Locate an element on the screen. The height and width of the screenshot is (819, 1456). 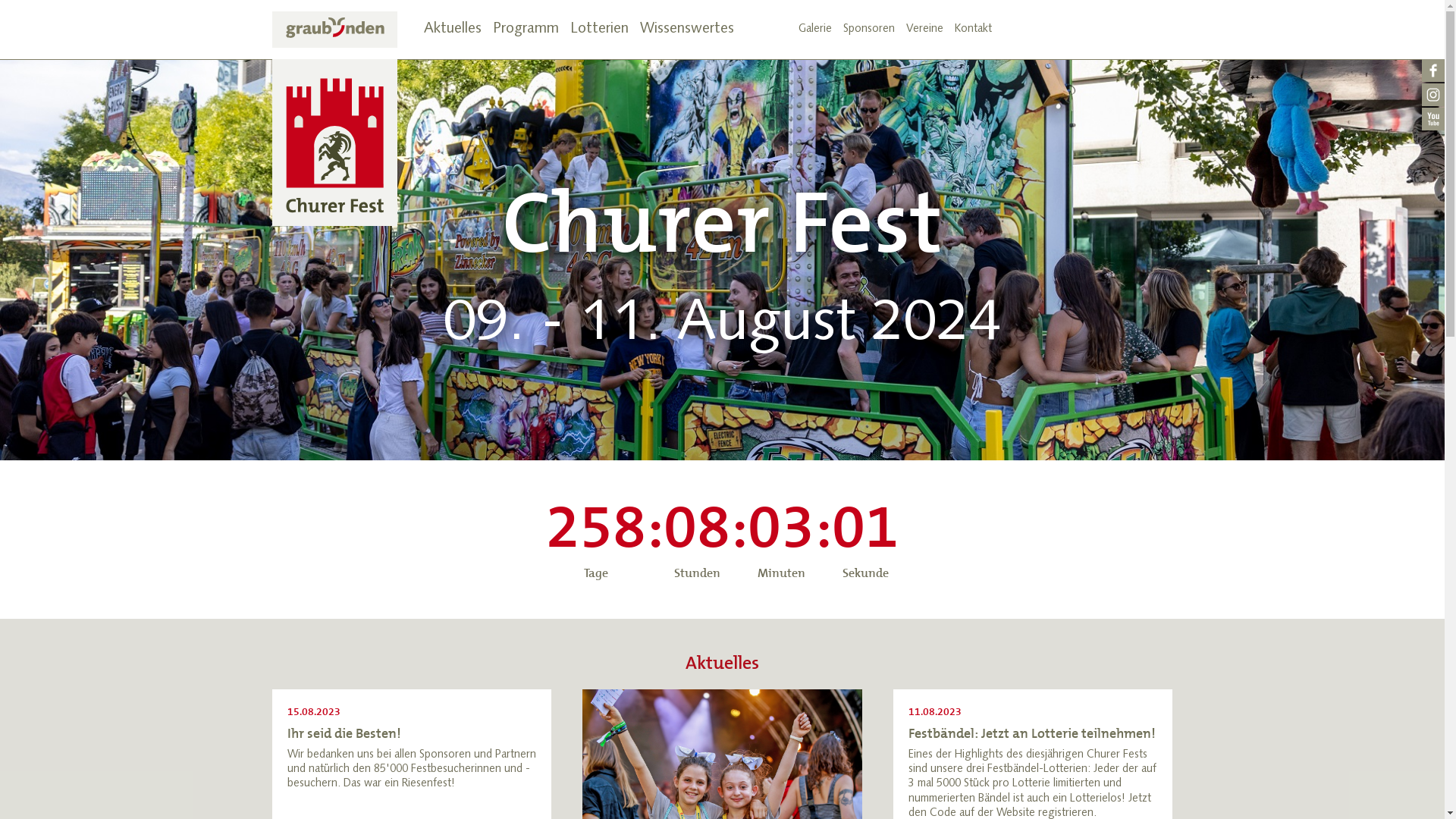
'Lotterien' is located at coordinates (570, 29).